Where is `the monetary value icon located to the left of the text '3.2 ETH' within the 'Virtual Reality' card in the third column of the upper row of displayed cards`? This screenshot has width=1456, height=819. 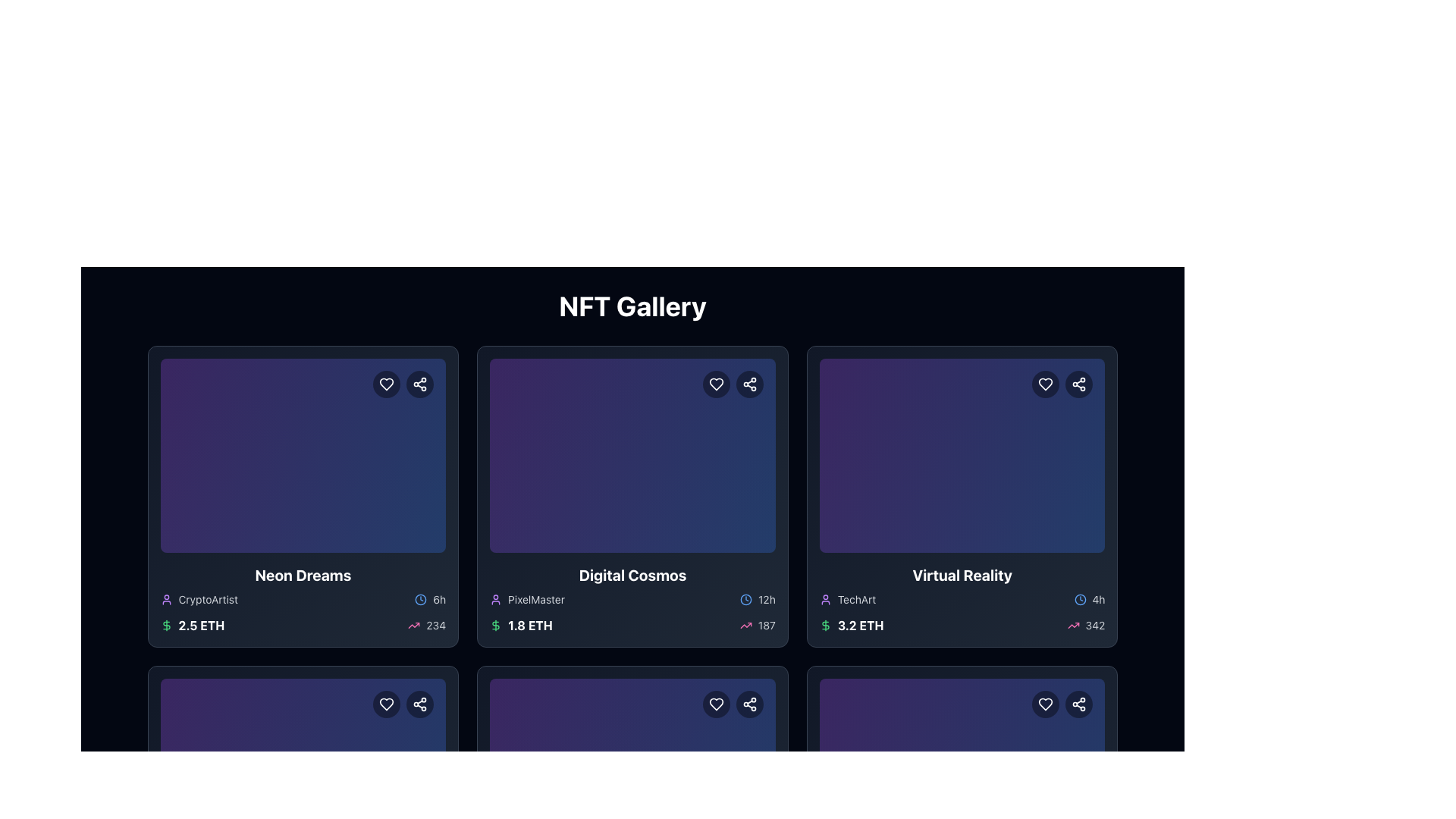
the monetary value icon located to the left of the text '3.2 ETH' within the 'Virtual Reality' card in the third column of the upper row of displayed cards is located at coordinates (824, 626).